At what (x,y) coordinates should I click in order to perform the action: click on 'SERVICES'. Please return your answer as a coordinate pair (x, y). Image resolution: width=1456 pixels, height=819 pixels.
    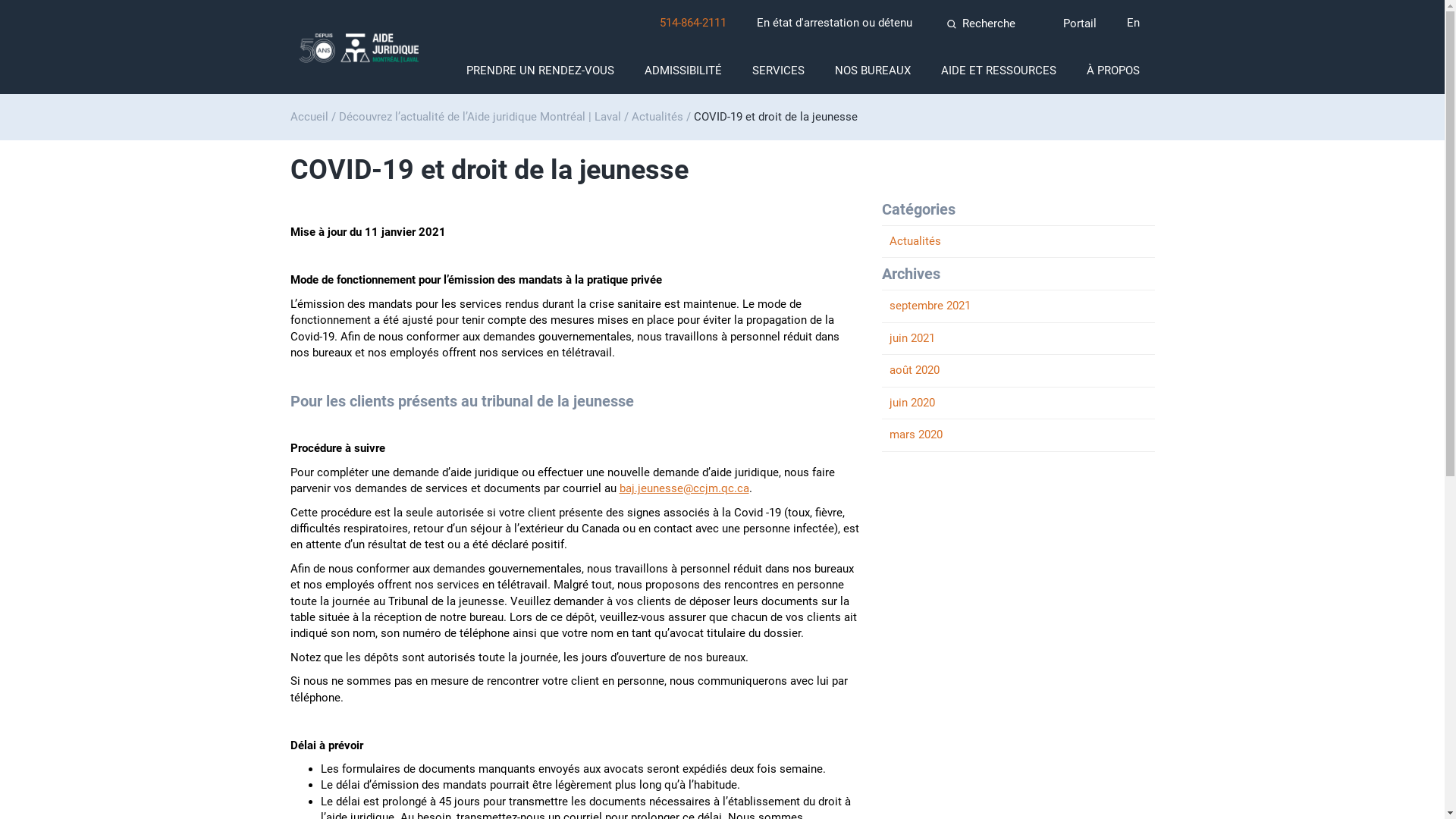
    Looking at the image, I should click on (778, 71).